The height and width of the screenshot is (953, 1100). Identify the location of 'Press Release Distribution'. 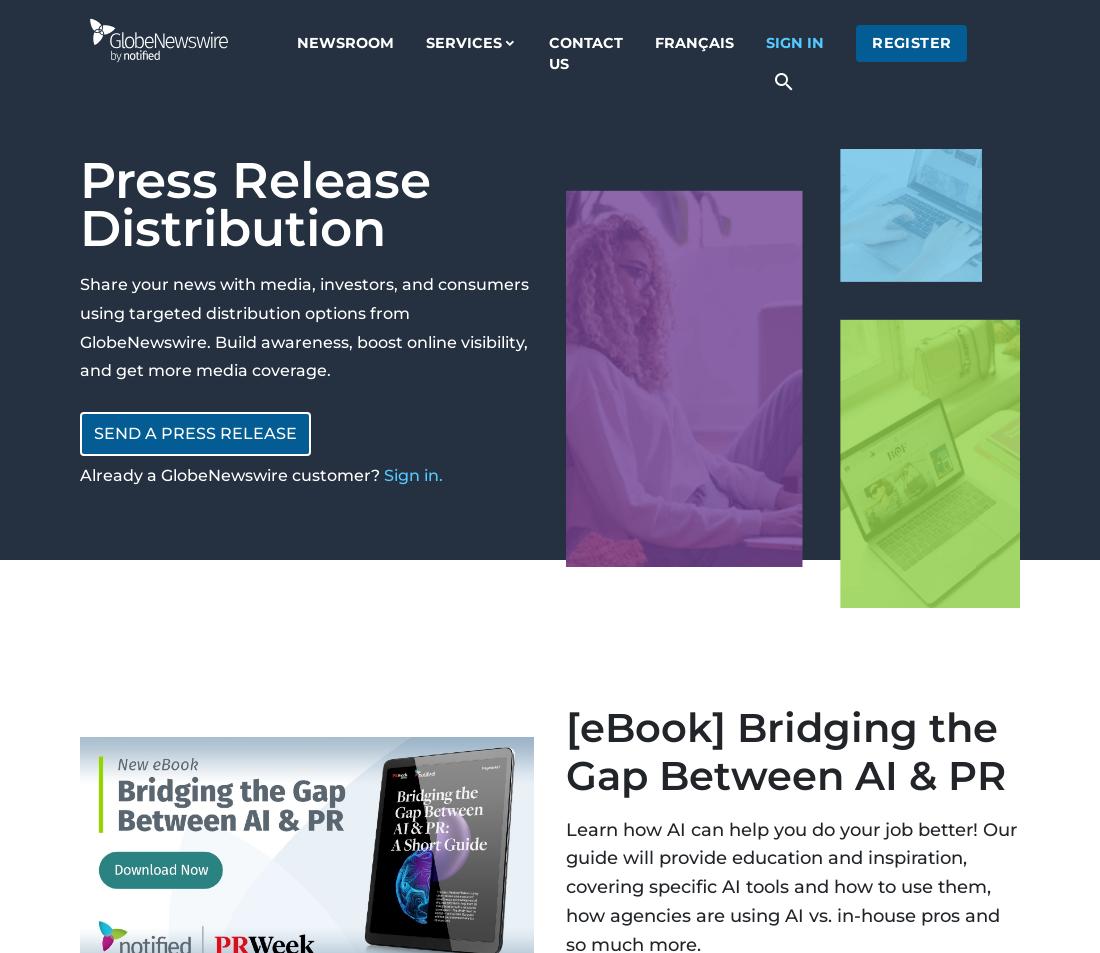
(255, 203).